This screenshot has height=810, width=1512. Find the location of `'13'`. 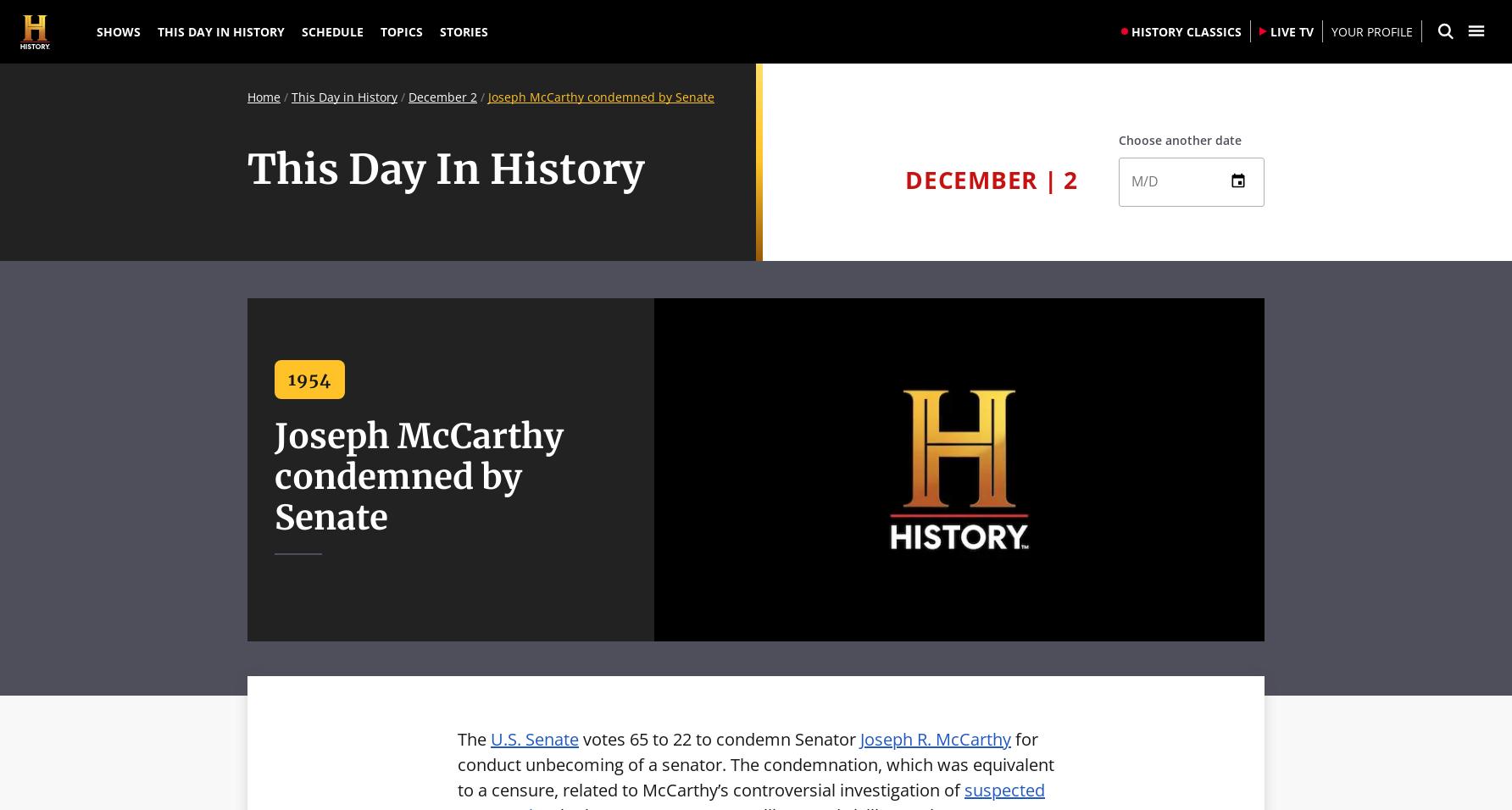

'13' is located at coordinates (1208, 286).